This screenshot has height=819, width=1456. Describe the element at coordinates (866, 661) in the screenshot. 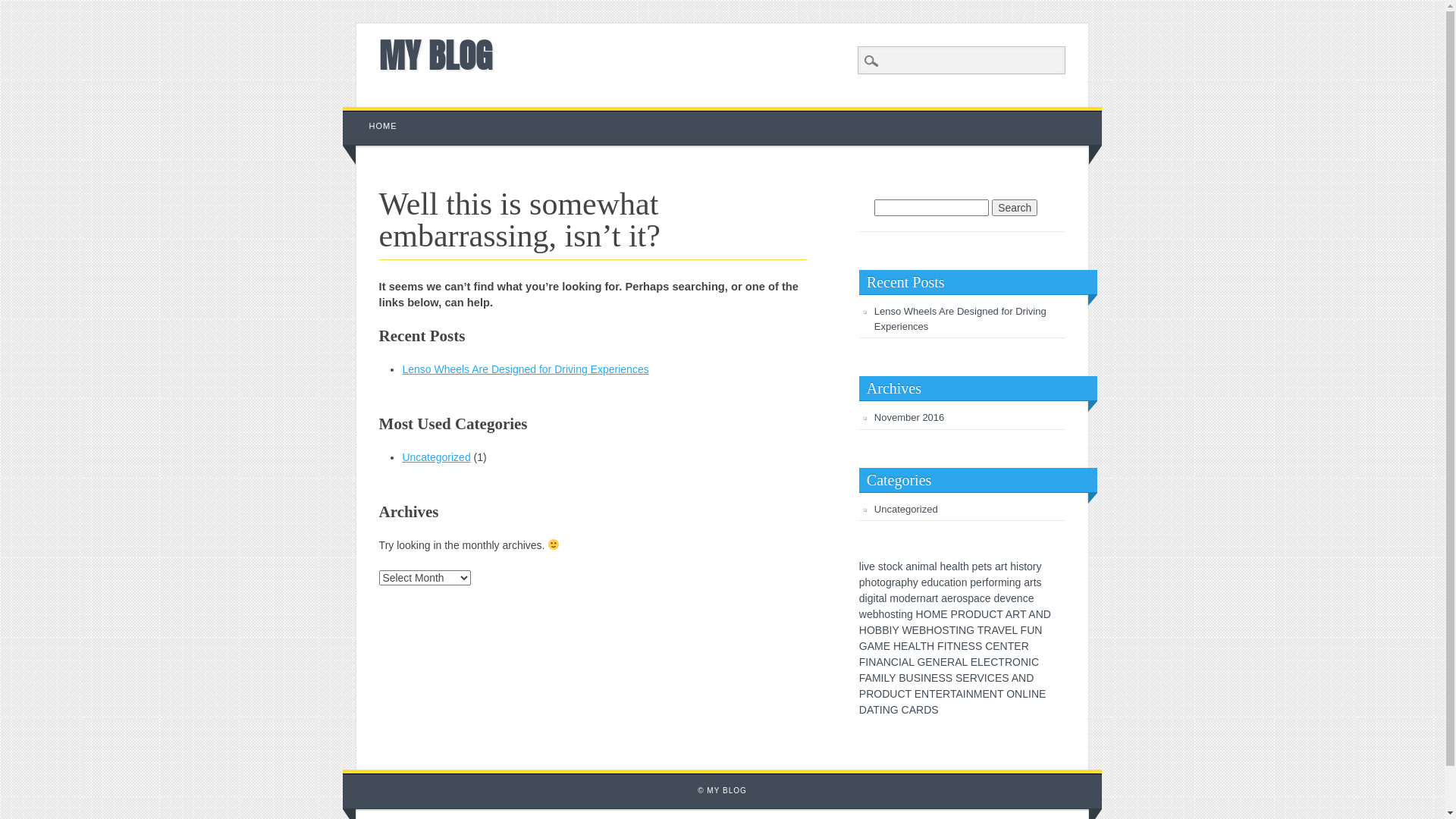

I see `'I'` at that location.